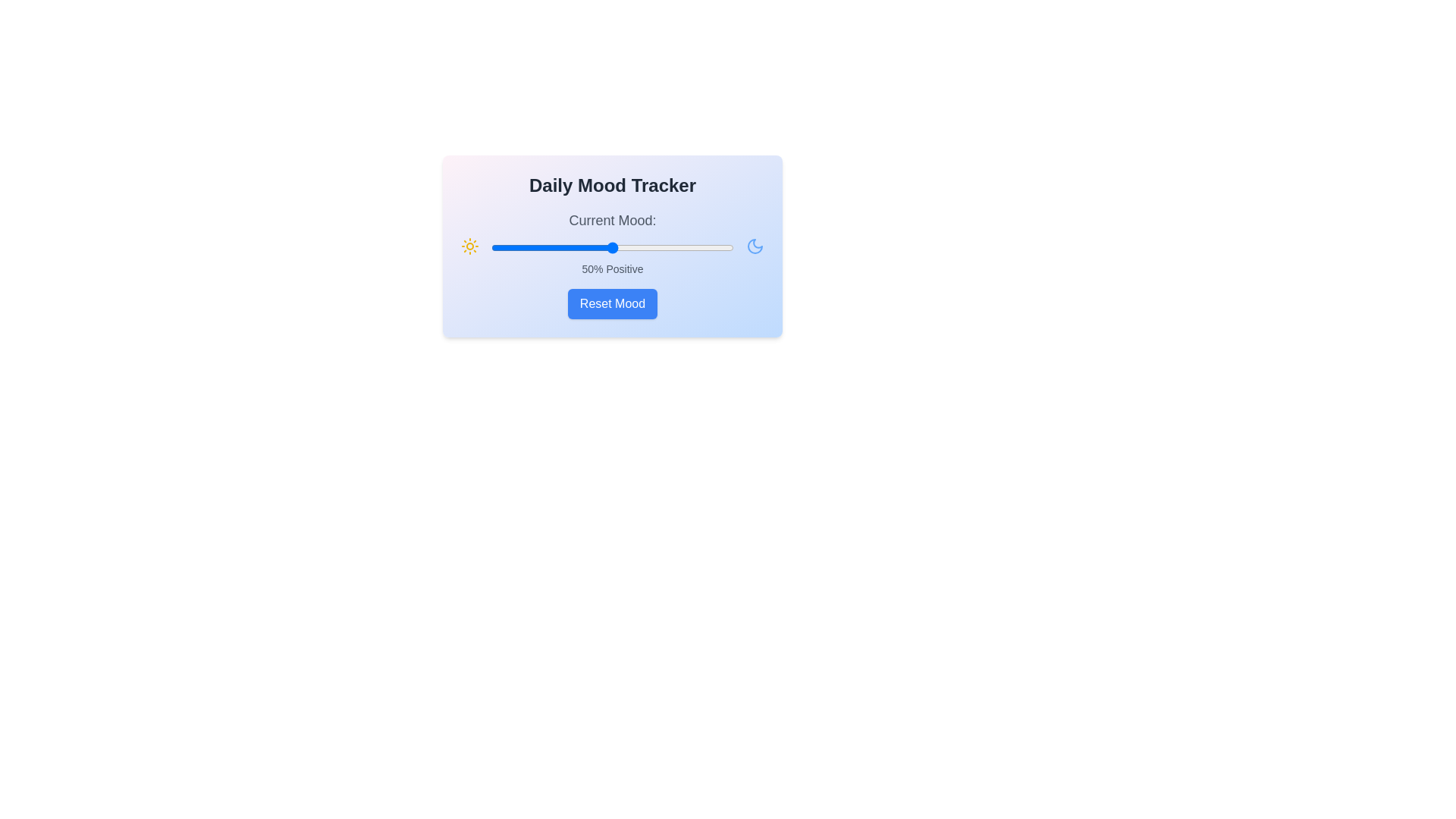 This screenshot has height=819, width=1456. I want to click on the sunny mood icon located on the left side of the 'Current Mood' section, so click(469, 245).